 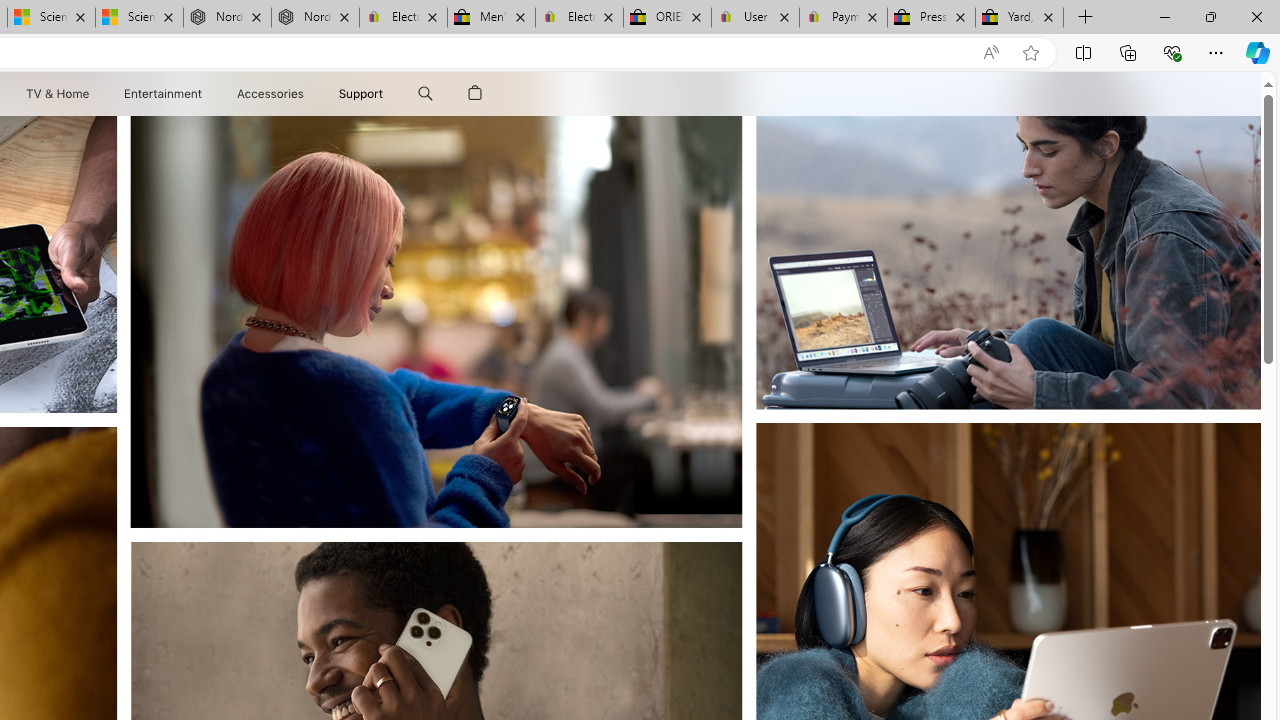 I want to click on 'Support menu', so click(x=387, y=93).